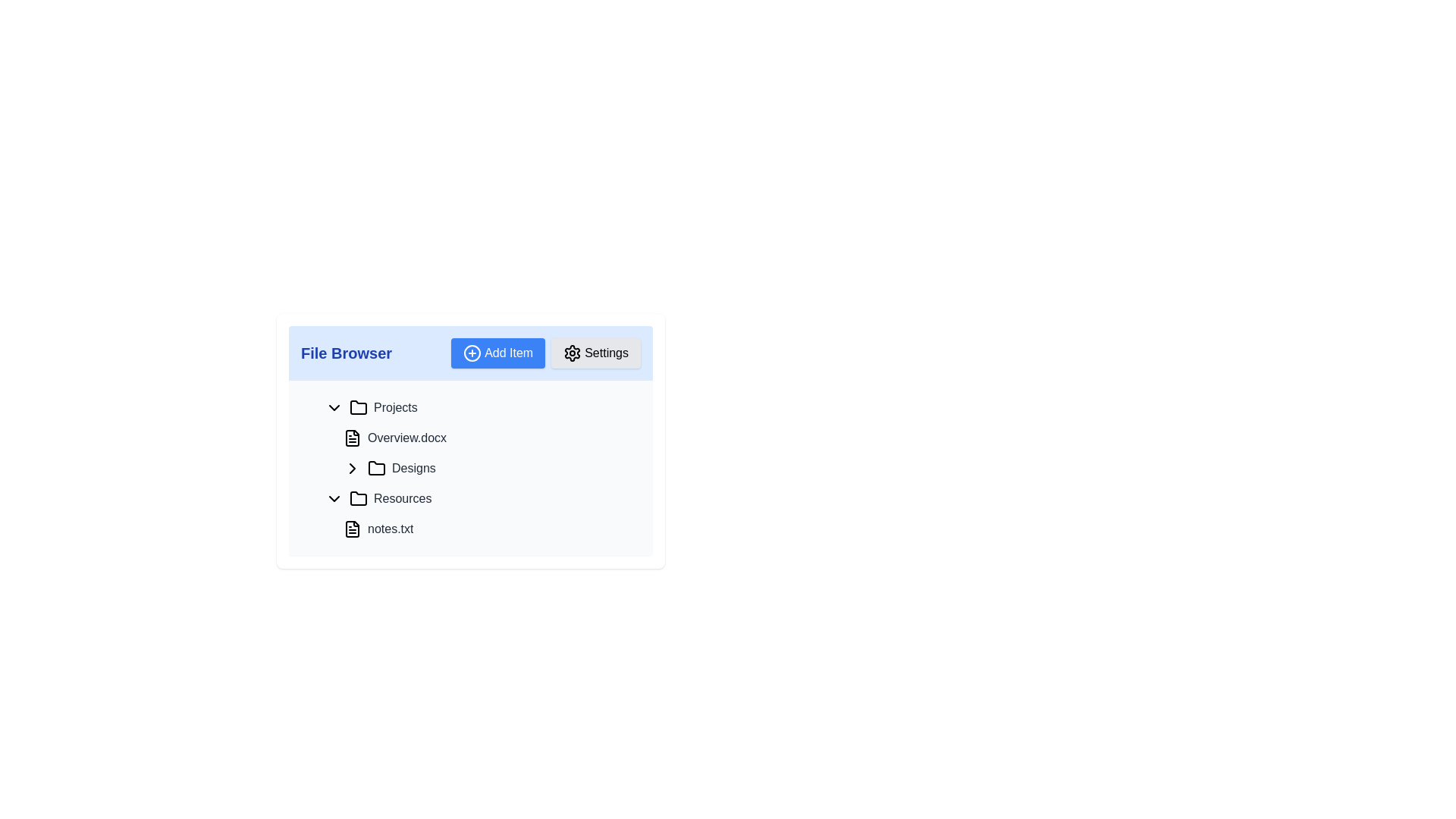 Image resolution: width=1456 pixels, height=819 pixels. Describe the element at coordinates (572, 353) in the screenshot. I see `the Icon button located near the top-right of the settings section` at that location.